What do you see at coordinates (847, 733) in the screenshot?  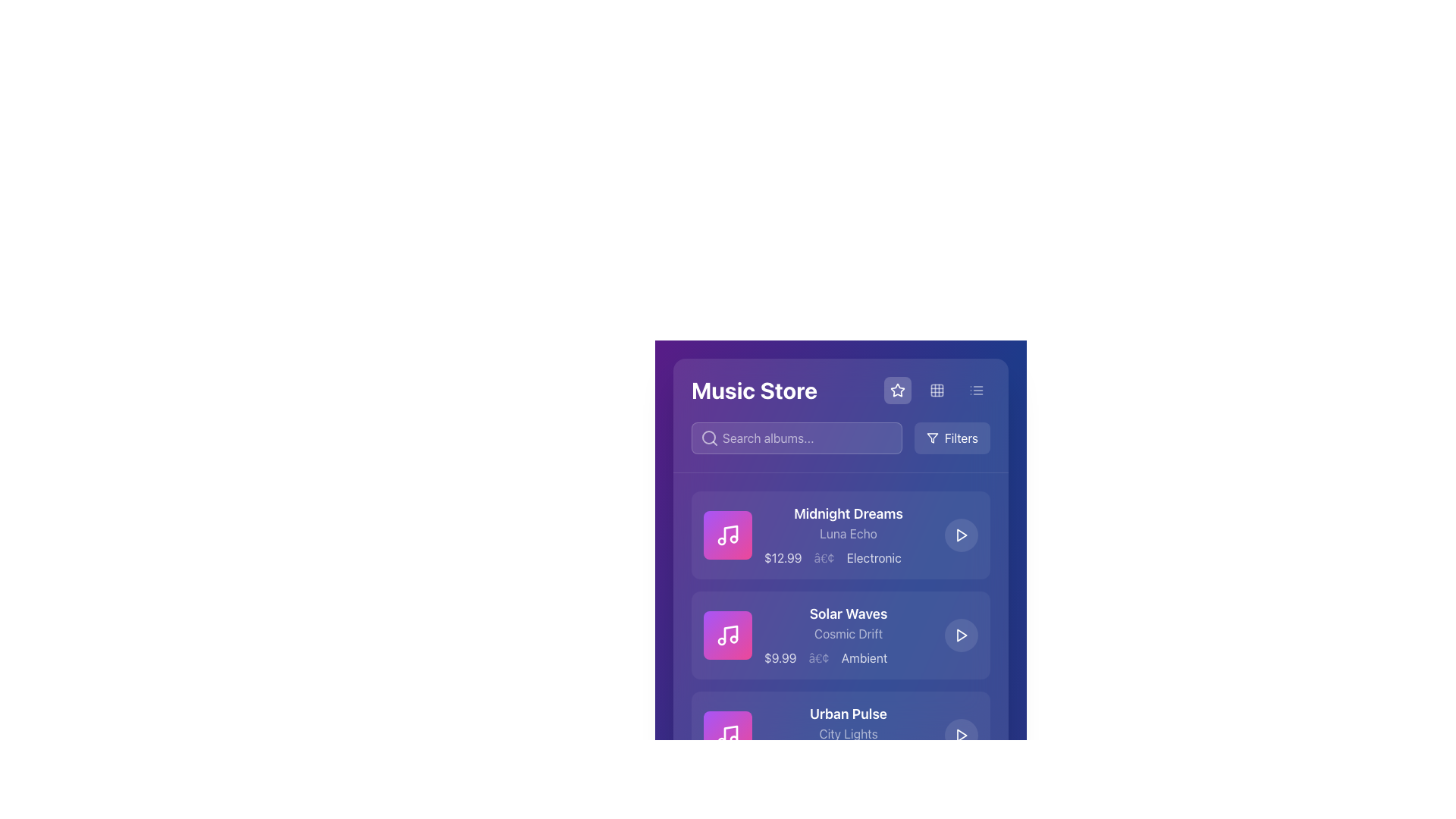 I see `the static text that provides additional information related to 'Urban Pulse' in the music store application, located directly beneath the 'Urban Pulse' text` at bounding box center [847, 733].